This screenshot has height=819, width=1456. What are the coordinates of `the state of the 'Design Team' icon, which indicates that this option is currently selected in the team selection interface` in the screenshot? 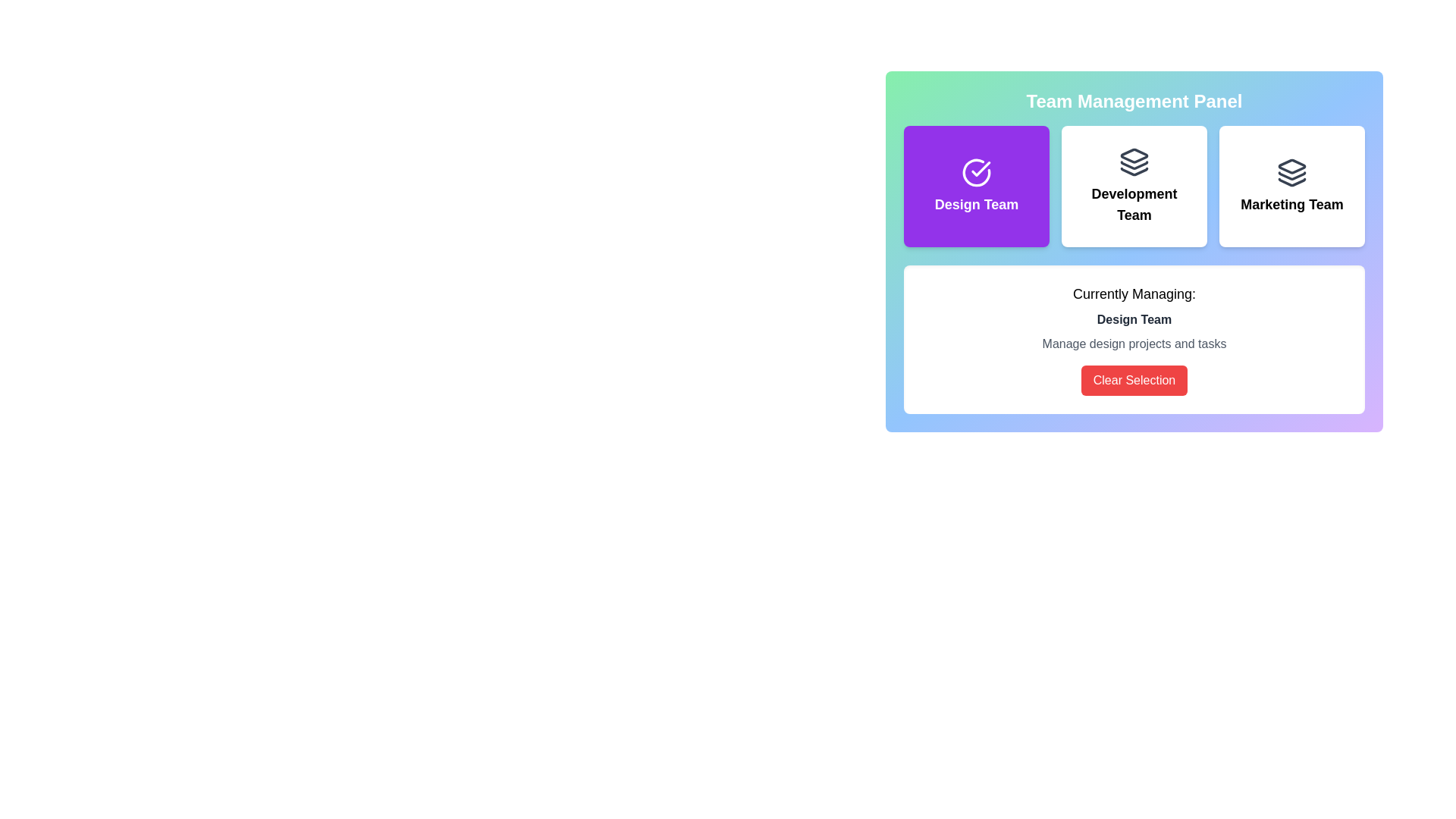 It's located at (981, 169).